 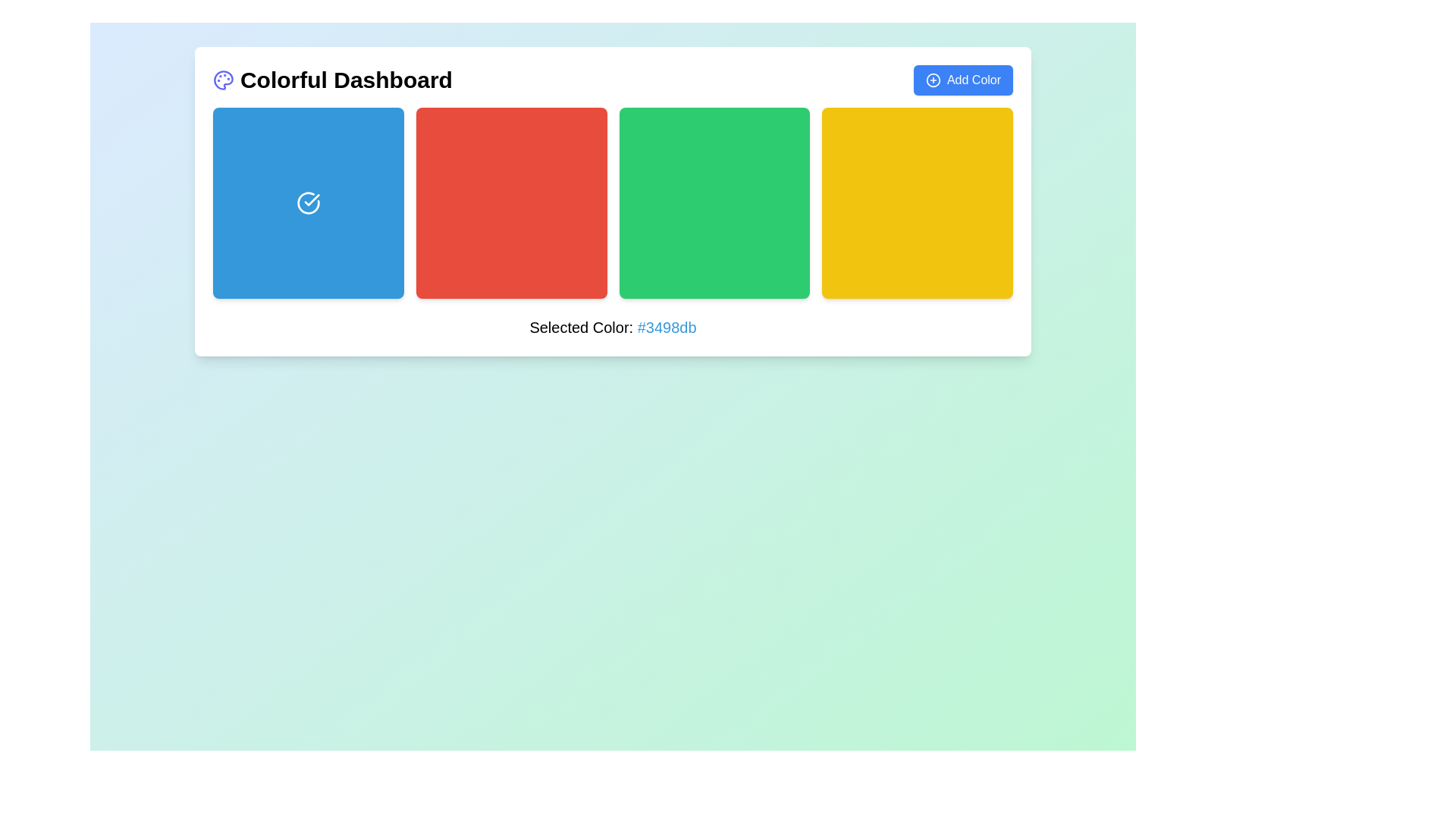 What do you see at coordinates (613, 326) in the screenshot?
I see `the Text Display element that shows 'Selected Color: #3498db', which is centrally located at the bottom of the color box section` at bounding box center [613, 326].